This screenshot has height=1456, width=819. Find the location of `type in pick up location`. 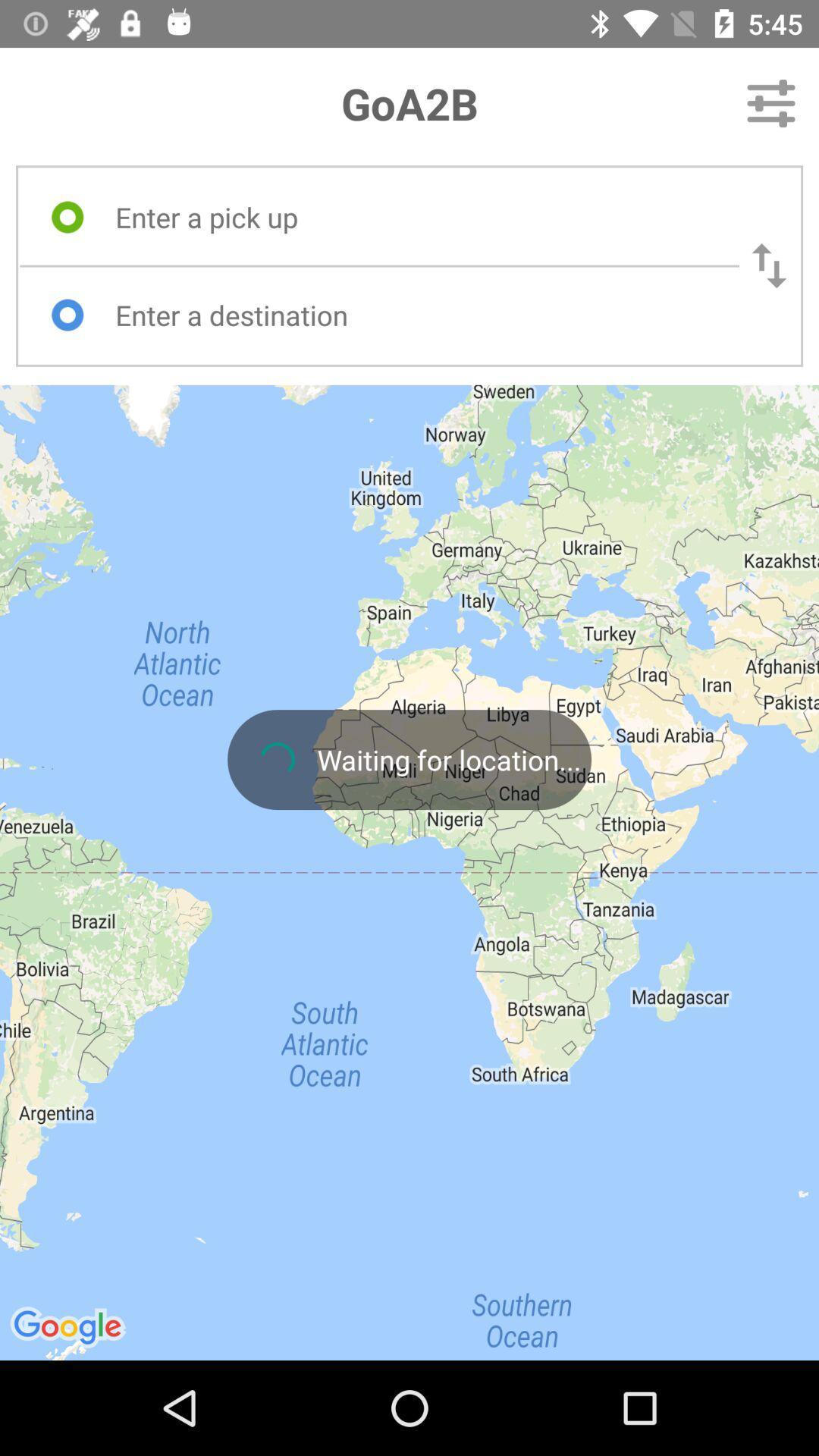

type in pick up location is located at coordinates (413, 216).